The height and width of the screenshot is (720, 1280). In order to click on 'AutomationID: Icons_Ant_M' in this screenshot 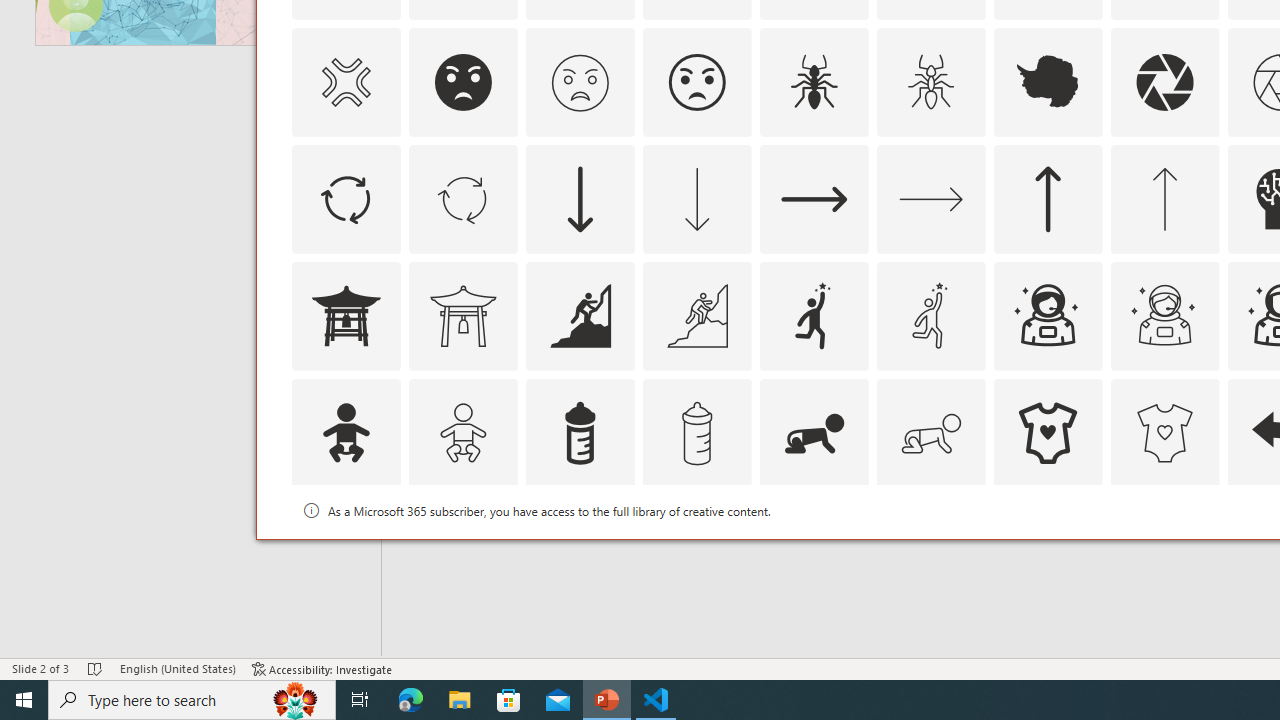, I will do `click(929, 81)`.